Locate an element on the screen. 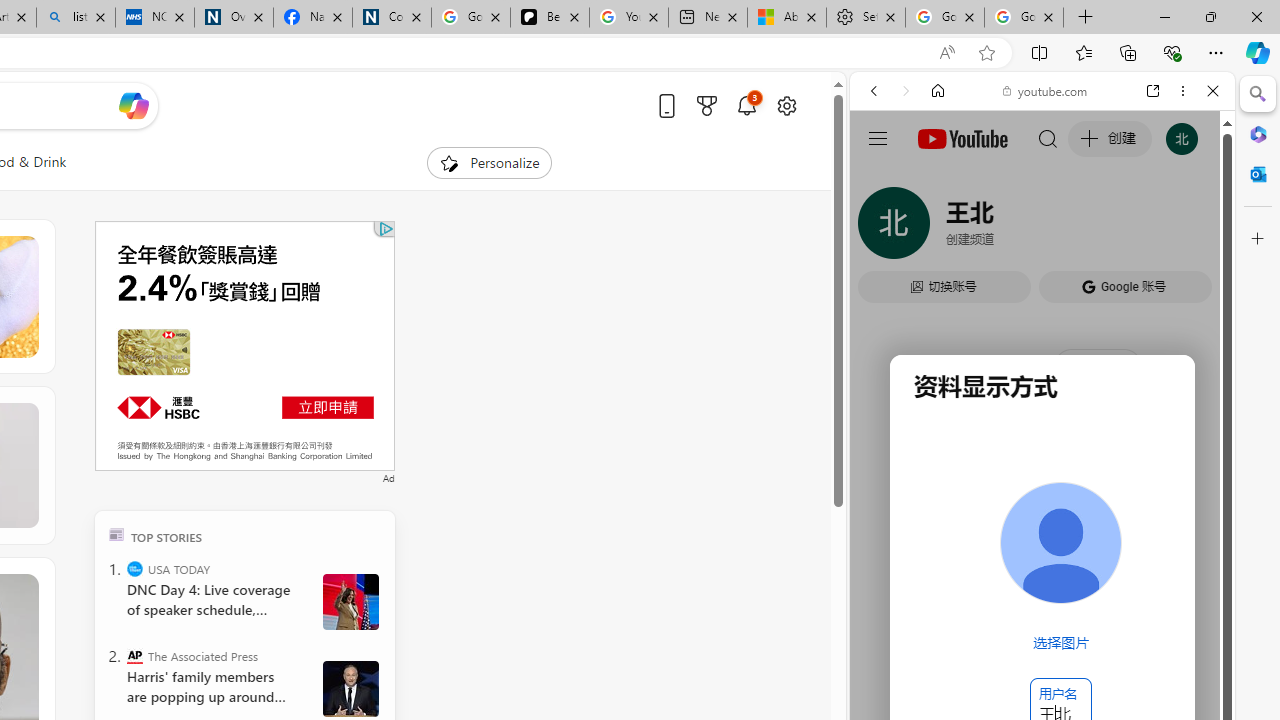 The height and width of the screenshot is (720, 1280). '#you' is located at coordinates (1041, 445).